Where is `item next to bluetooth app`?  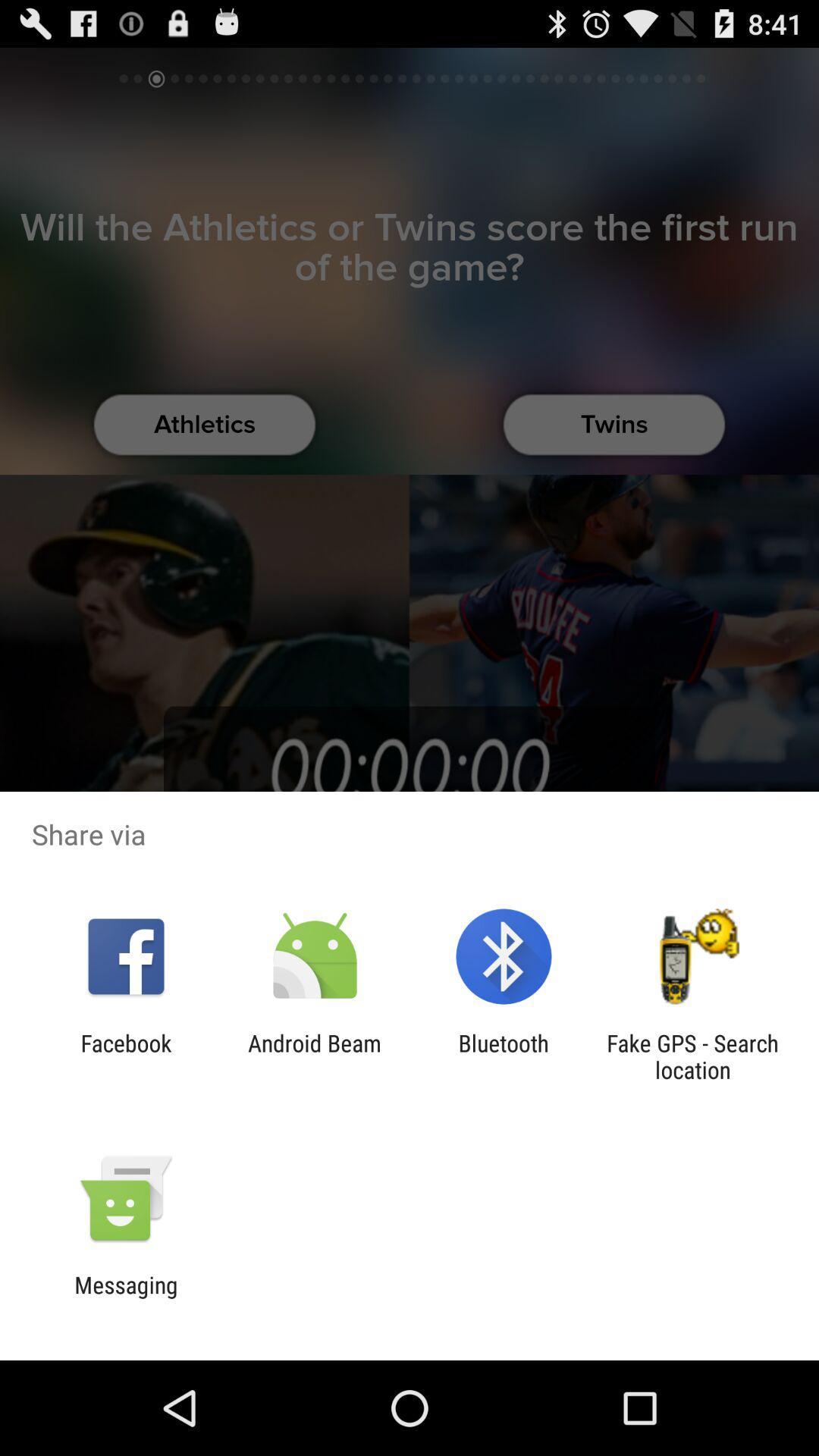 item next to bluetooth app is located at coordinates (692, 1056).